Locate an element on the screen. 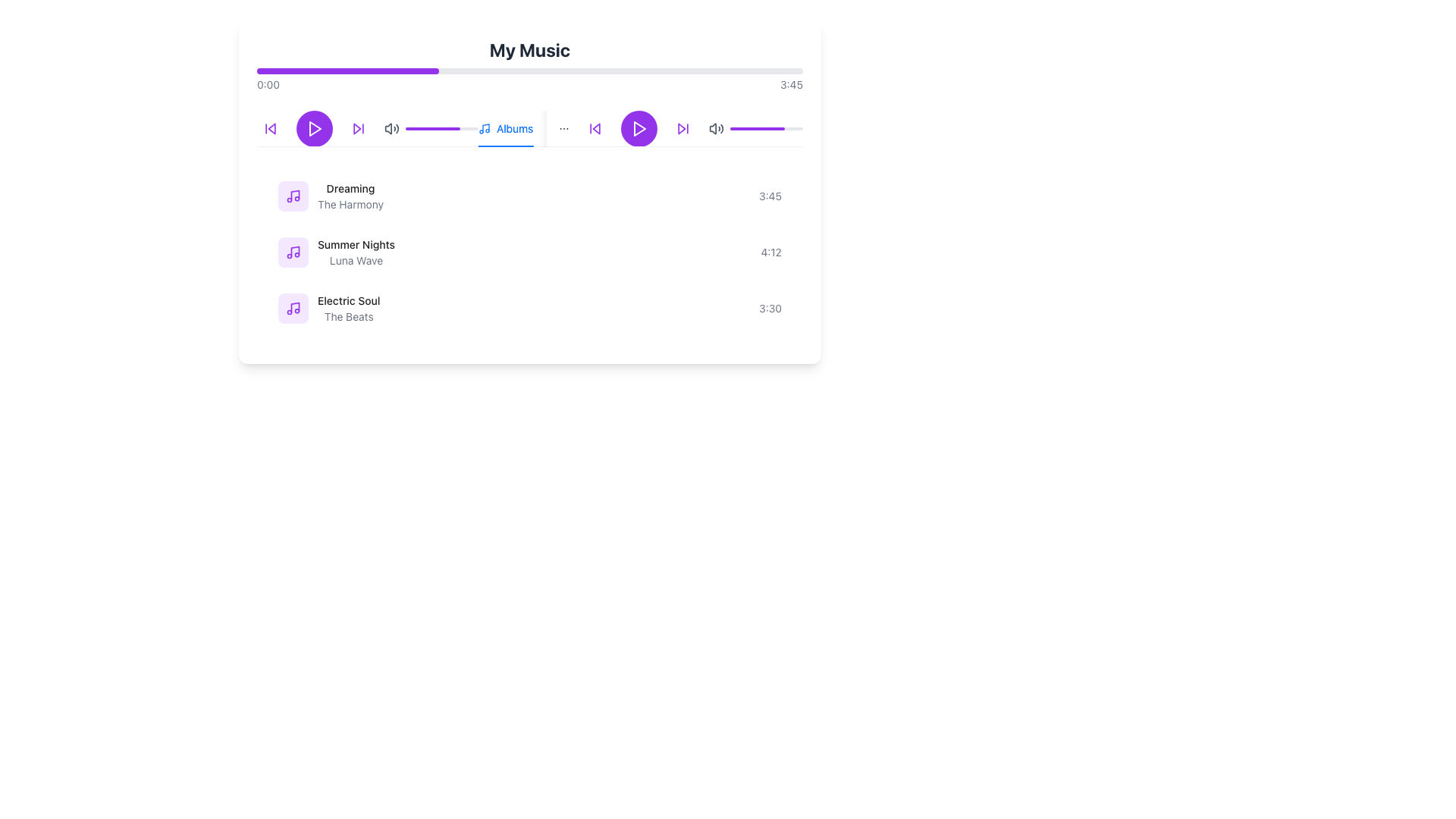 This screenshot has height=819, width=1456. the volume progress bar, which is a thin horizontal bar with a gray background and a purple-filled section indicating the current volume level is located at coordinates (767, 127).